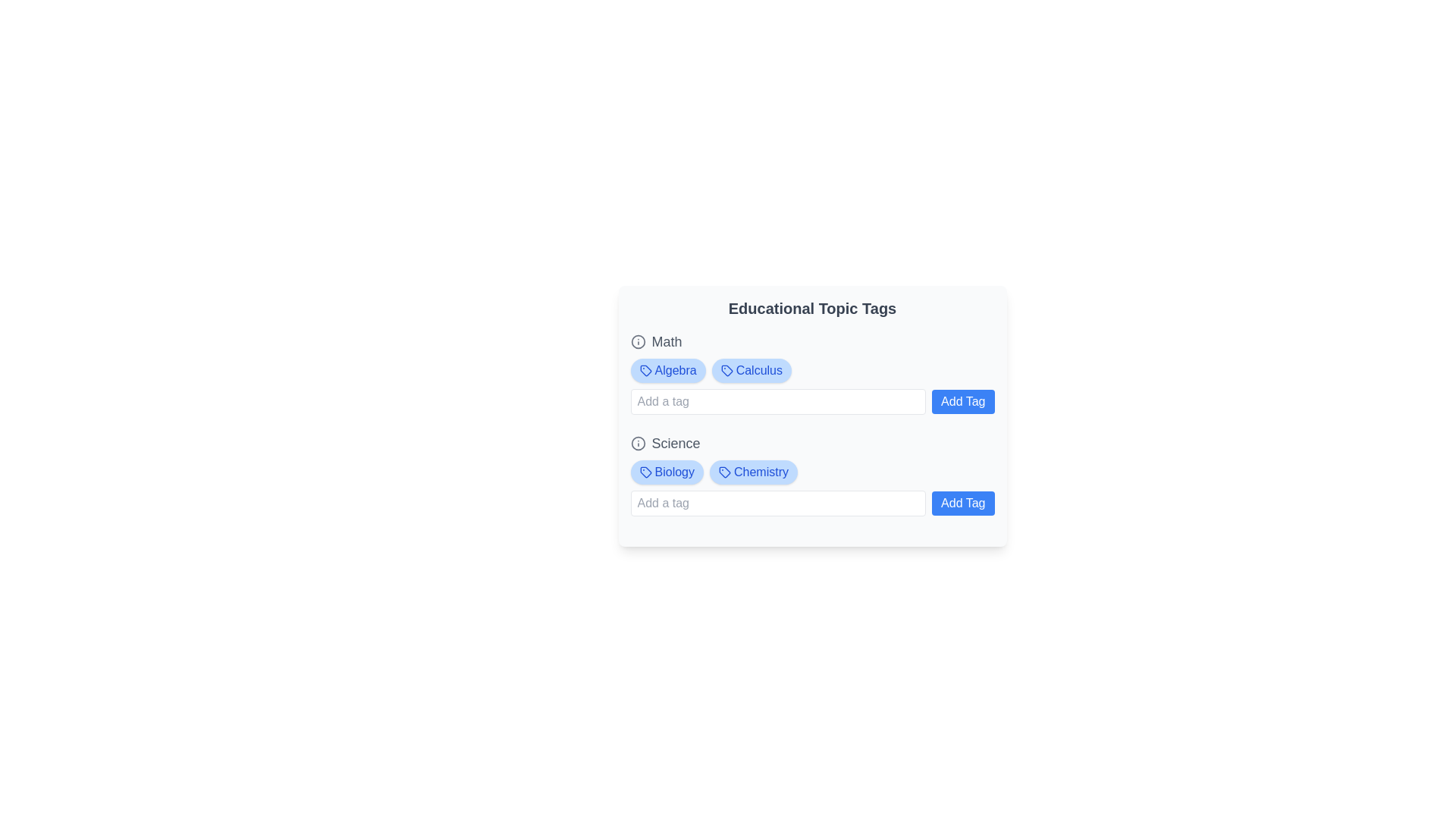 This screenshot has height=819, width=1456. Describe the element at coordinates (667, 371) in the screenshot. I see `the blue rectangular pill-shaped tag labeled 'Algebra' located in the 'Math' category of the 'Educational Topic Tags' section` at that location.